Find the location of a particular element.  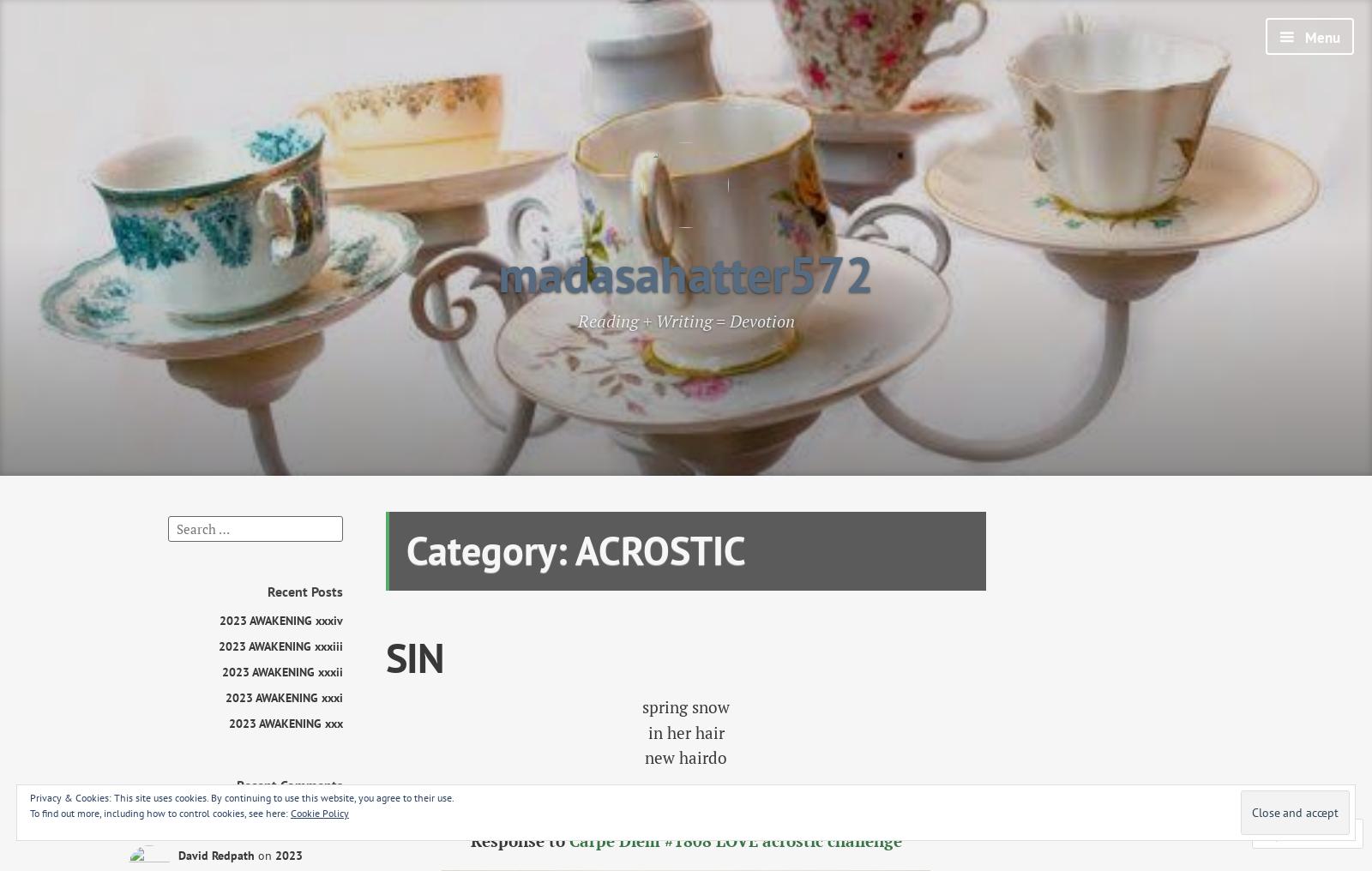

'David Redpath' is located at coordinates (216, 855).